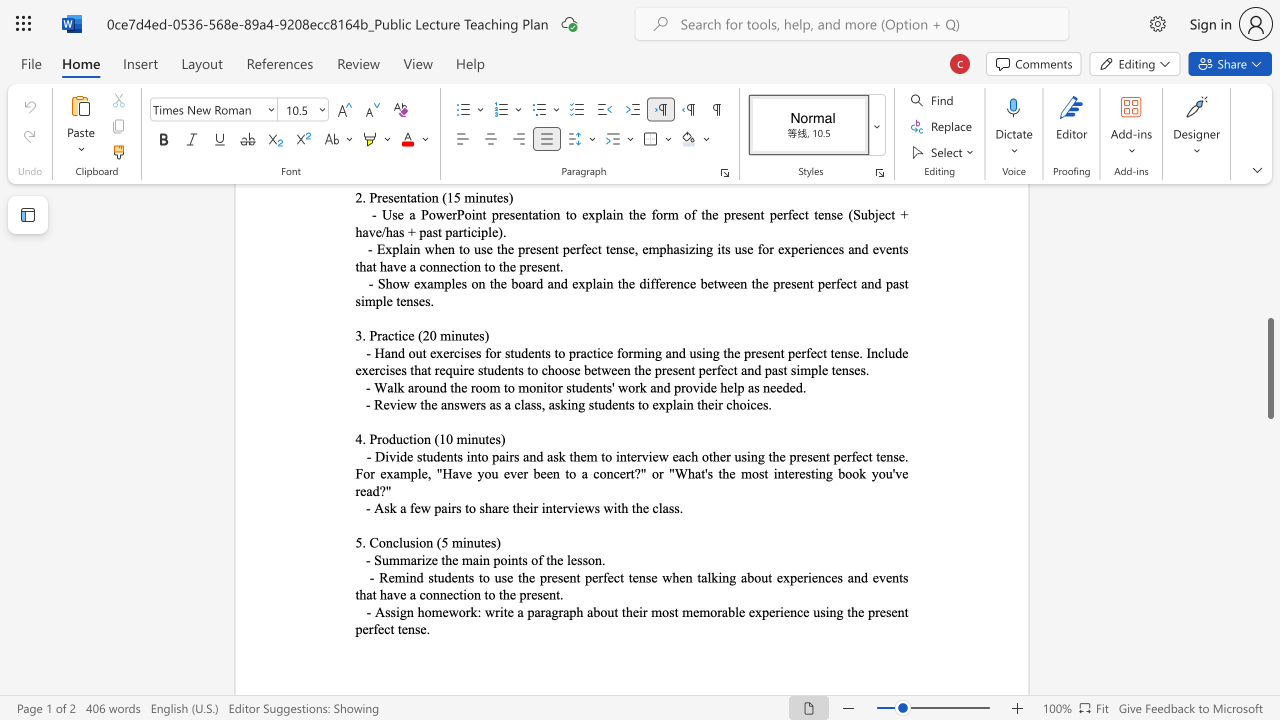  What do you see at coordinates (385, 438) in the screenshot?
I see `the 1th character "o" in the text` at bounding box center [385, 438].